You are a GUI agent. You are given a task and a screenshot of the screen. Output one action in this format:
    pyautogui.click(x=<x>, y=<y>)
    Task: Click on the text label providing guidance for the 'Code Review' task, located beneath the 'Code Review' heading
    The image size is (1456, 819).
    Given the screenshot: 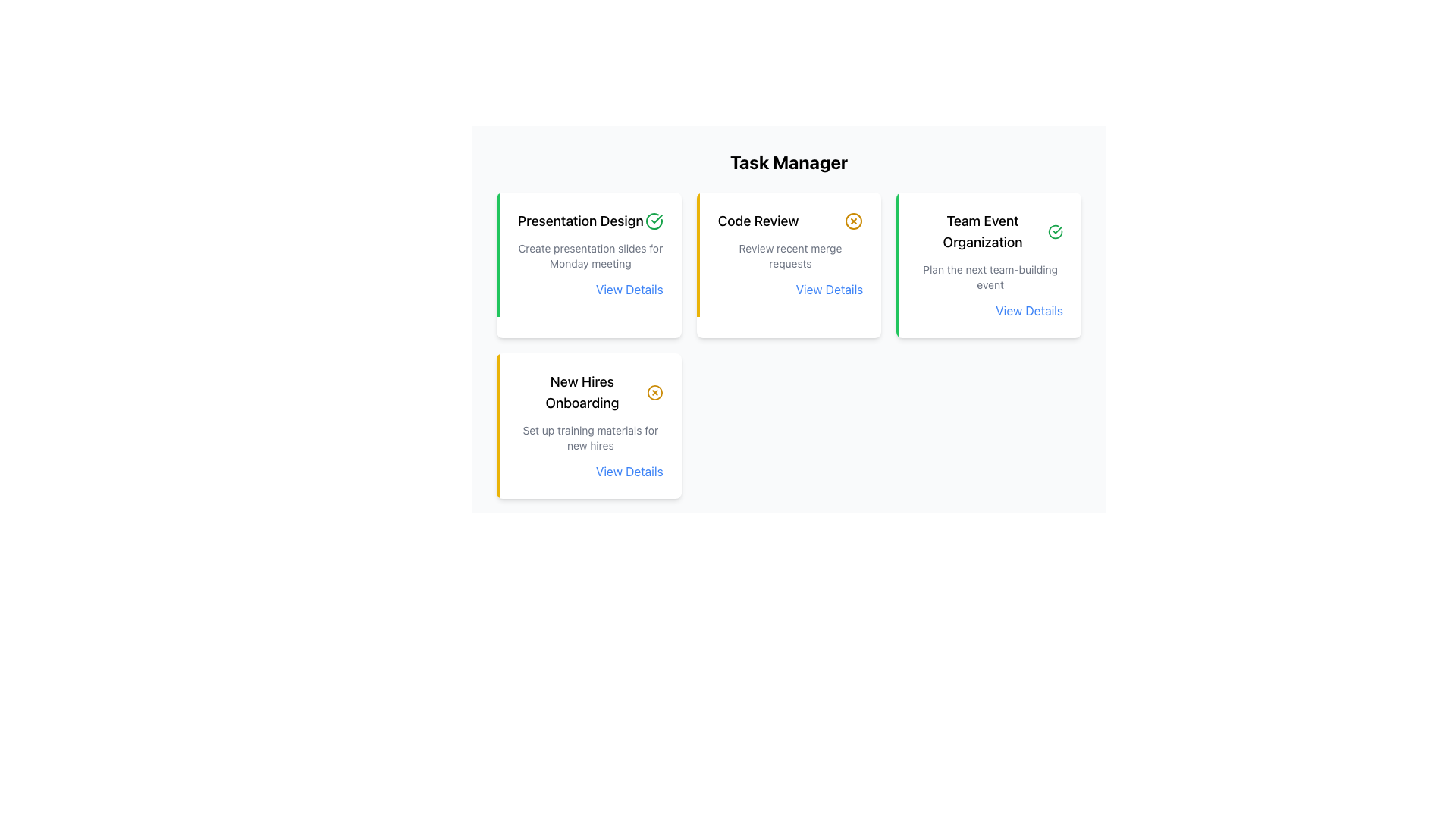 What is the action you would take?
    pyautogui.click(x=789, y=256)
    